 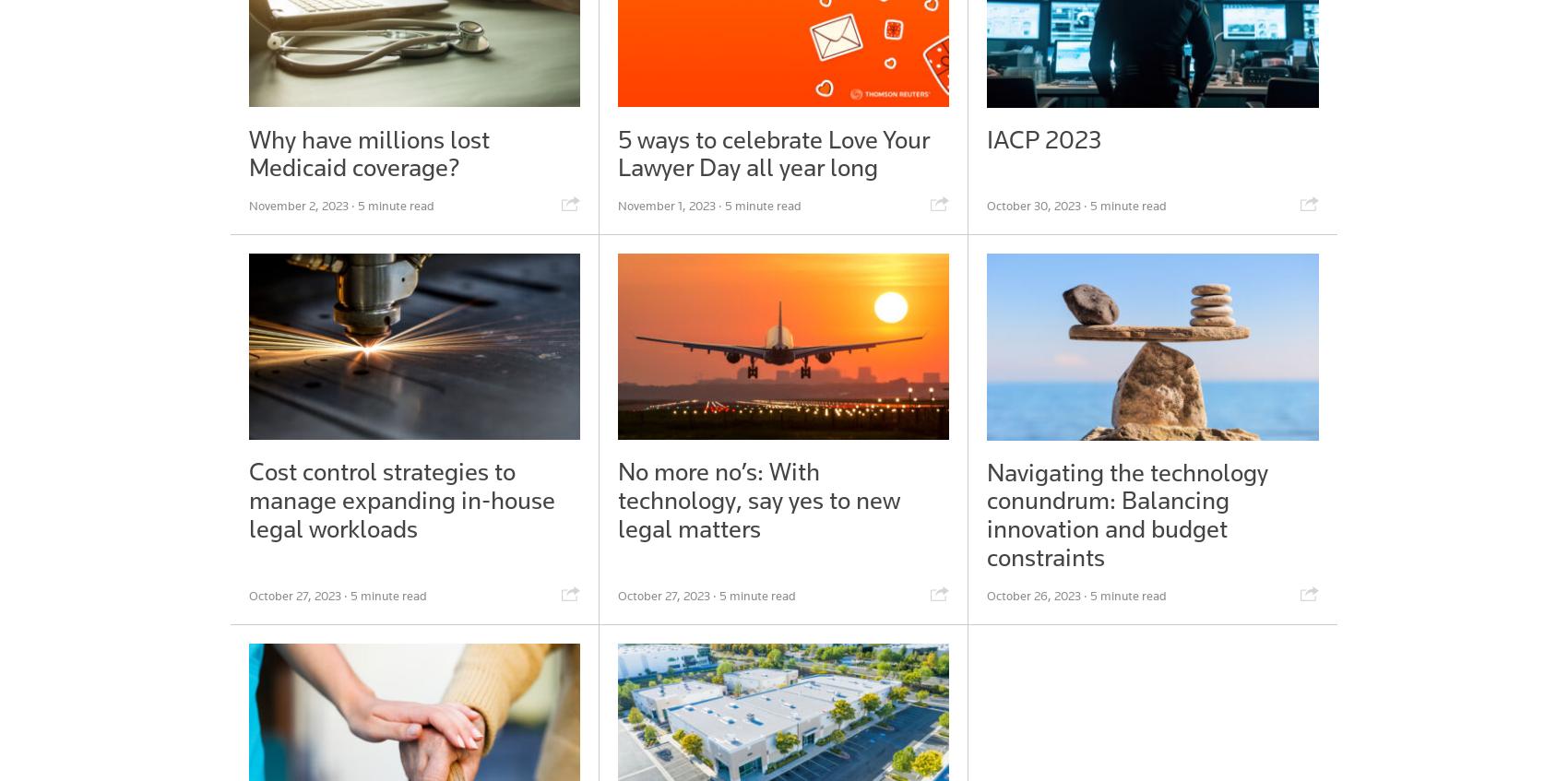 I want to click on 'Why have millions lost Medicaid coverage?', so click(x=248, y=152).